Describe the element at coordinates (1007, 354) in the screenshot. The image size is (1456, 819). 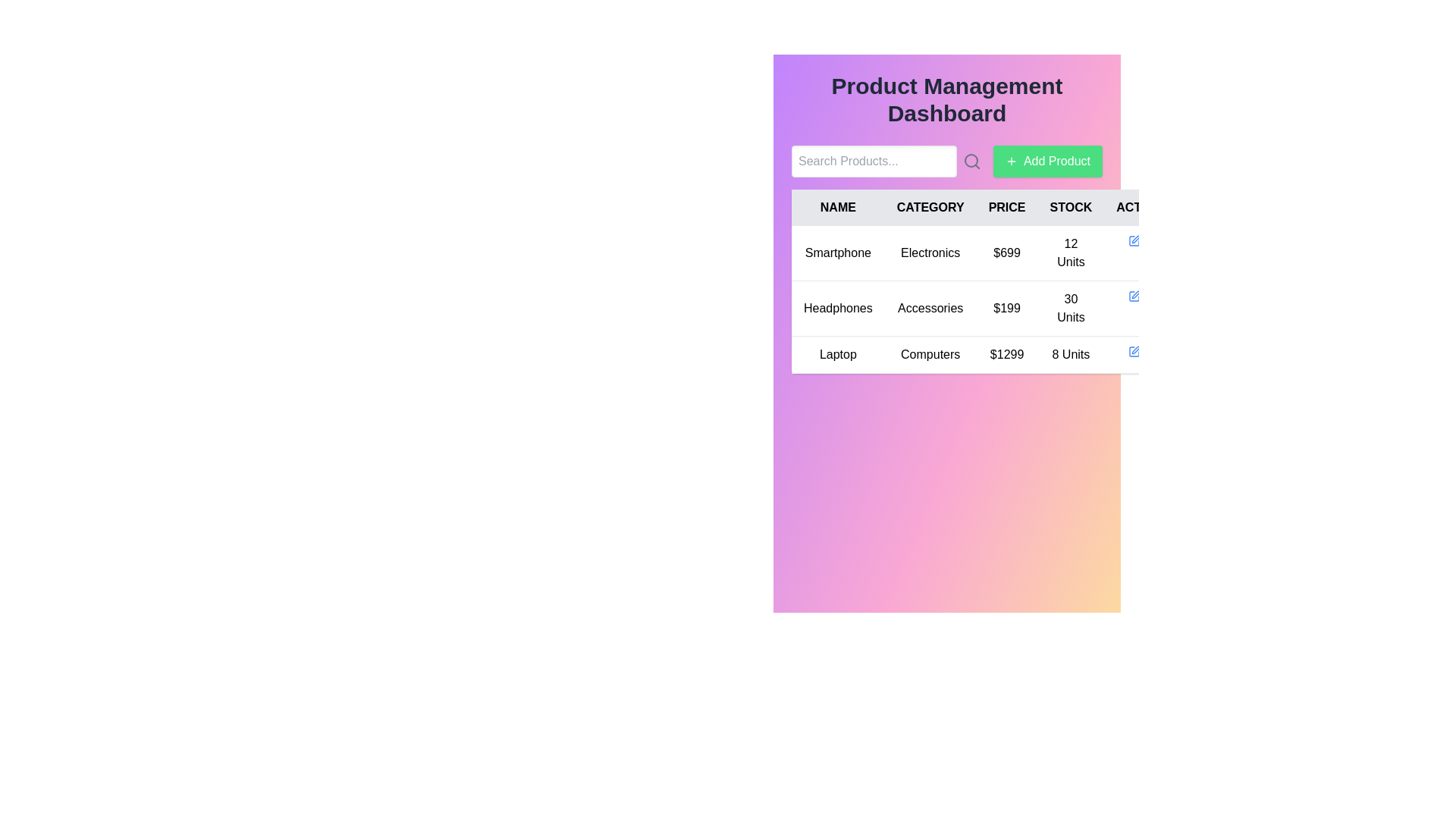
I see `the static text label displaying the price '$1299' in the 'Price' column under the 'Laptop' row` at that location.